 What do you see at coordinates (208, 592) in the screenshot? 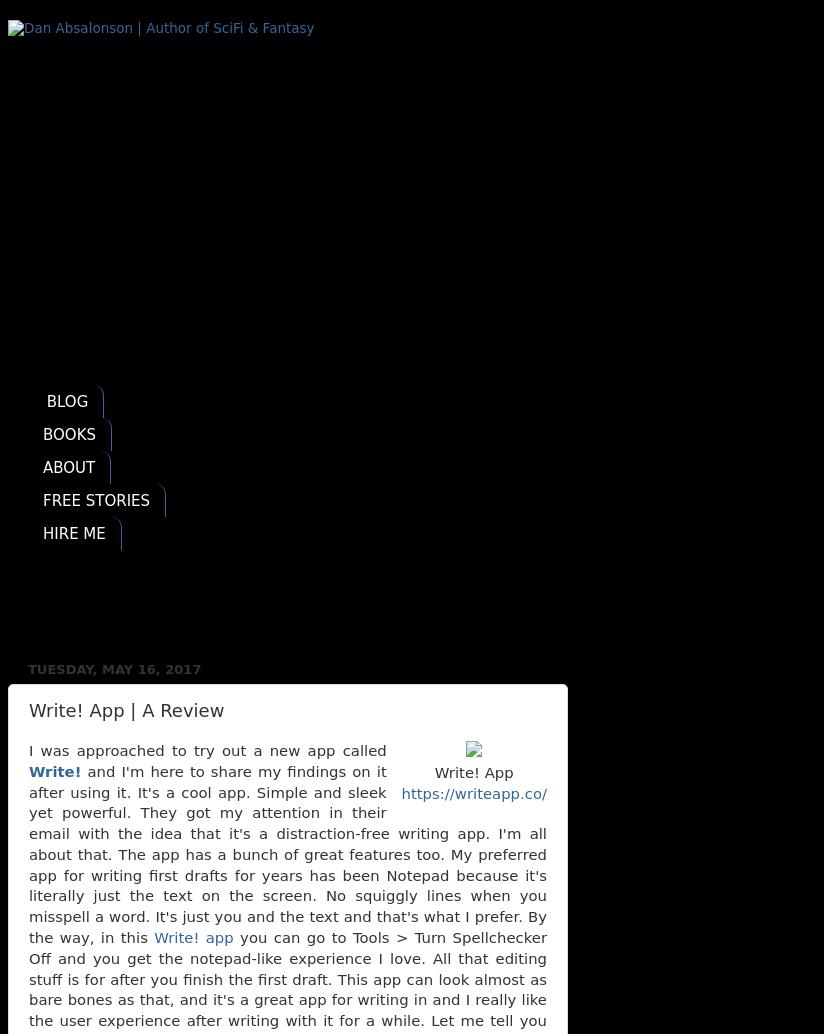
I see `'Listen to my Short Story "The Forest Trail"'` at bounding box center [208, 592].